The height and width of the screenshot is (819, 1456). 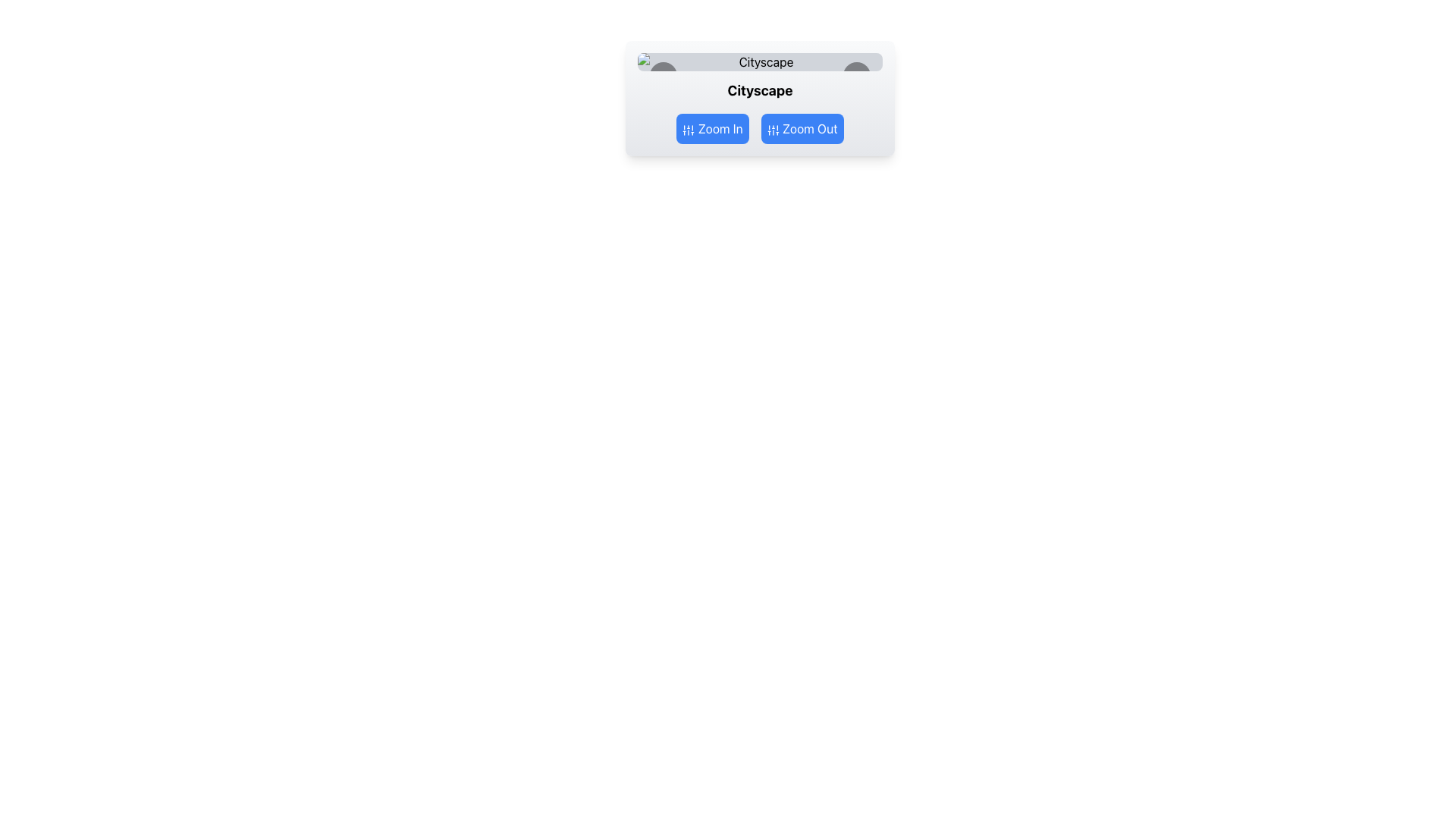 What do you see at coordinates (663, 76) in the screenshot?
I see `the previous item button in the carousel interface, positioned to the left of the displayed image` at bounding box center [663, 76].